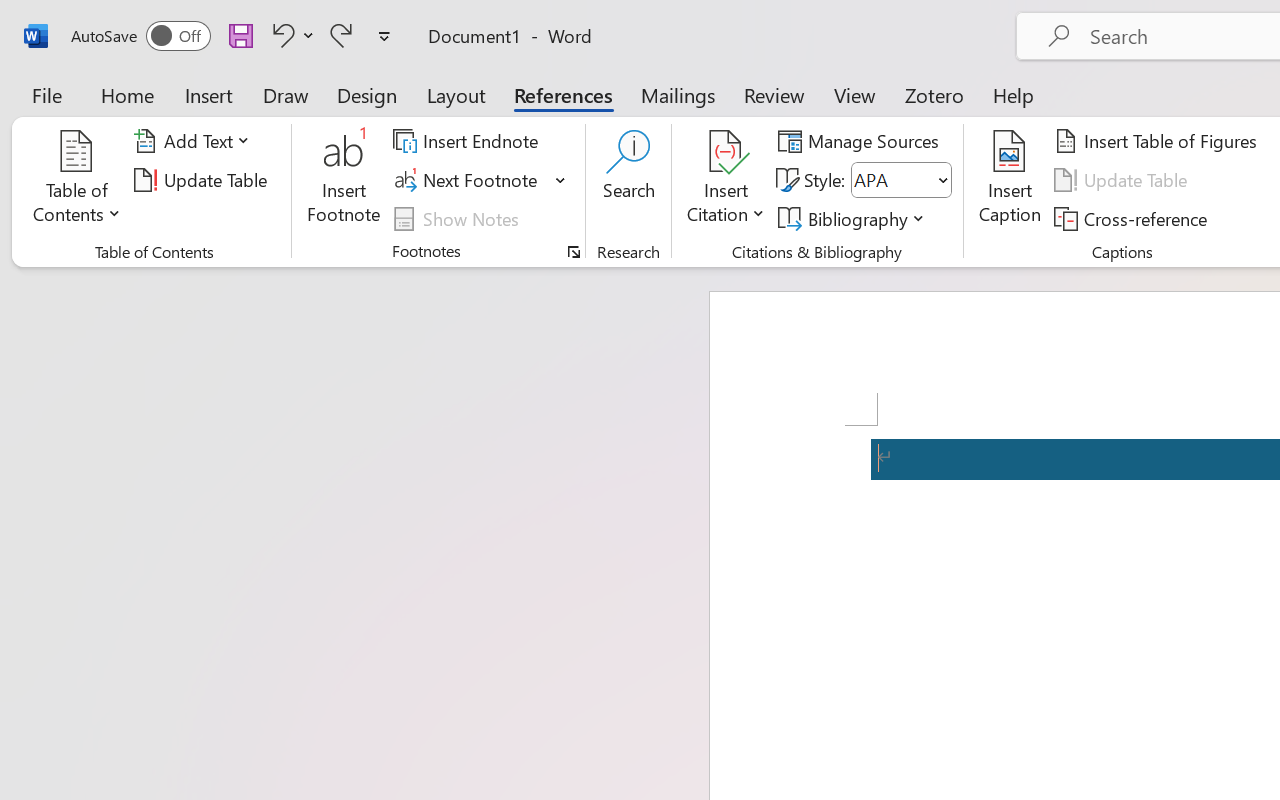  I want to click on 'Insert Table of Figures...', so click(1159, 141).